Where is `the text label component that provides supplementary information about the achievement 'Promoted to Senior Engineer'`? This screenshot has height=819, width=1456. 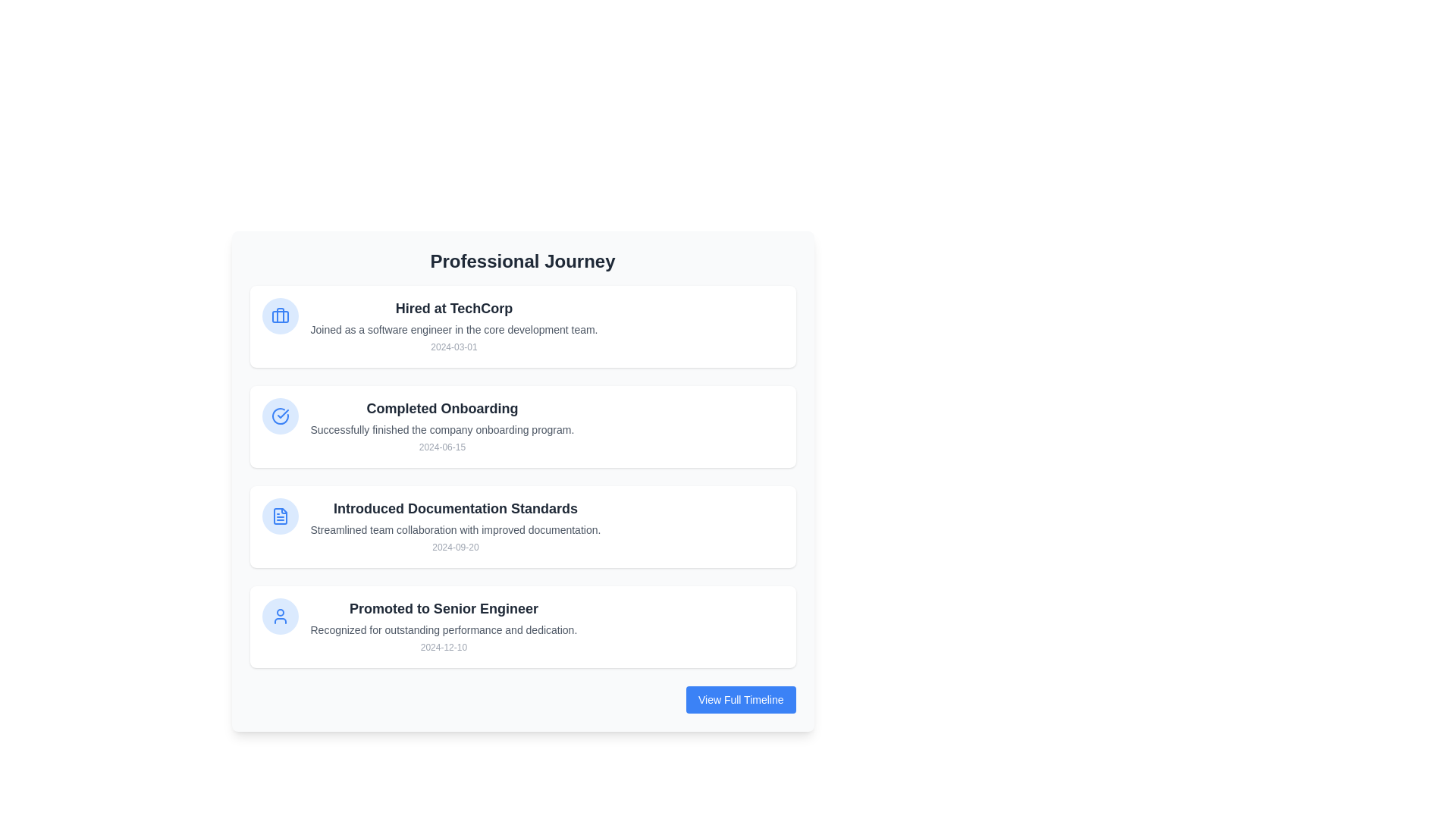
the text label component that provides supplementary information about the achievement 'Promoted to Senior Engineer' is located at coordinates (443, 629).